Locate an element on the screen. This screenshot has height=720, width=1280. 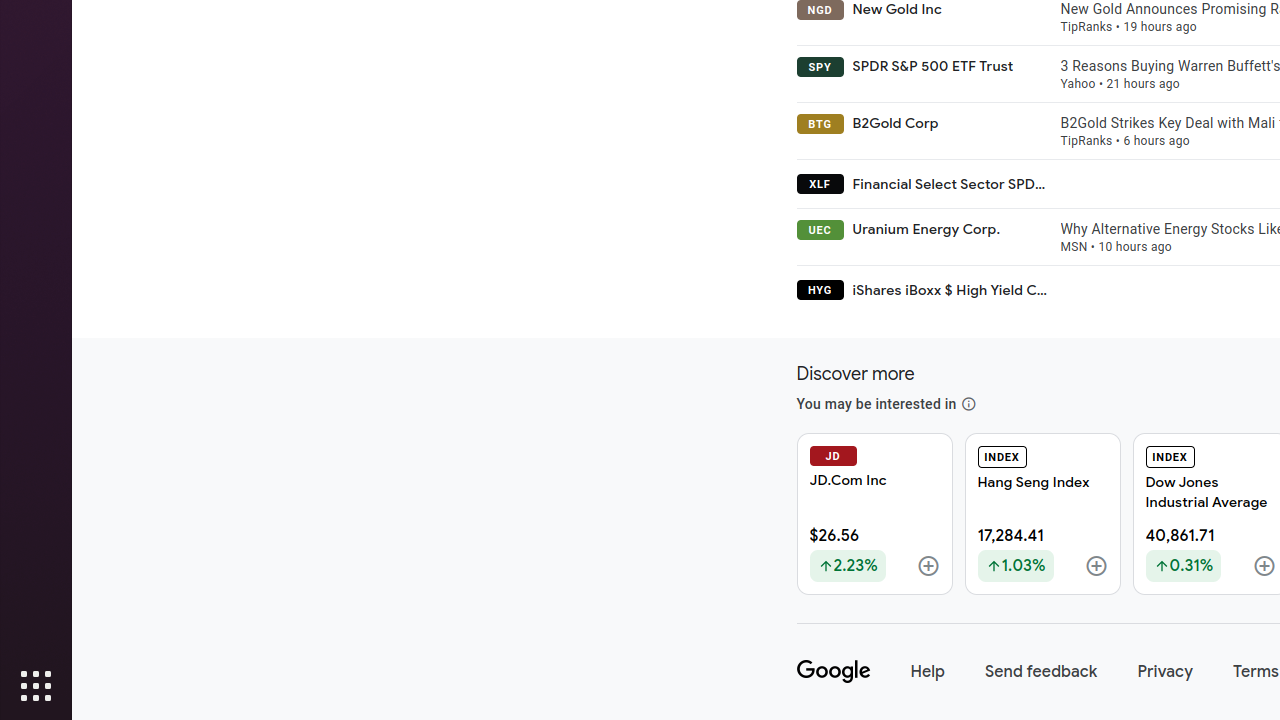
'Send feedback' is located at coordinates (1040, 671).